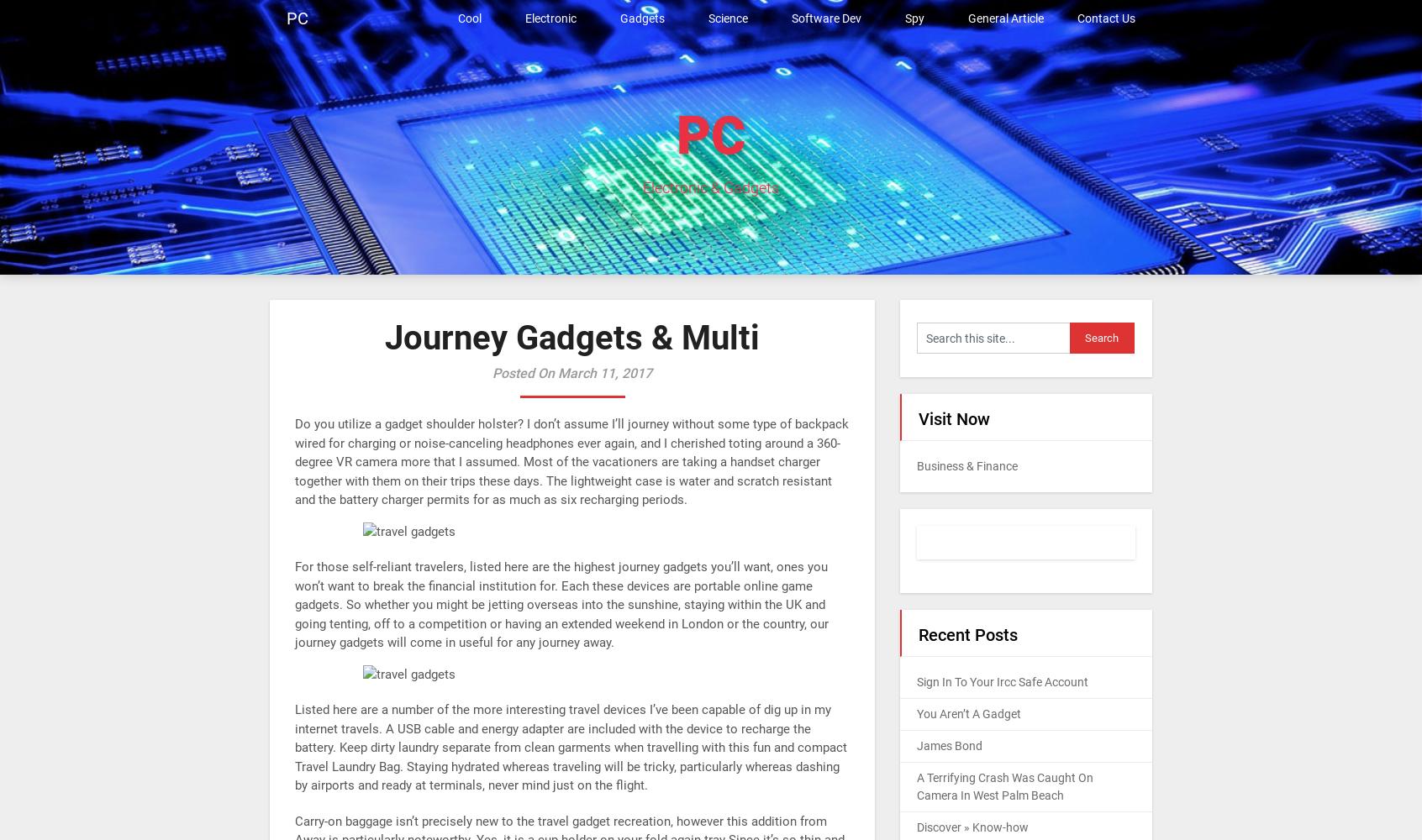  I want to click on 'PC', so click(677, 135).